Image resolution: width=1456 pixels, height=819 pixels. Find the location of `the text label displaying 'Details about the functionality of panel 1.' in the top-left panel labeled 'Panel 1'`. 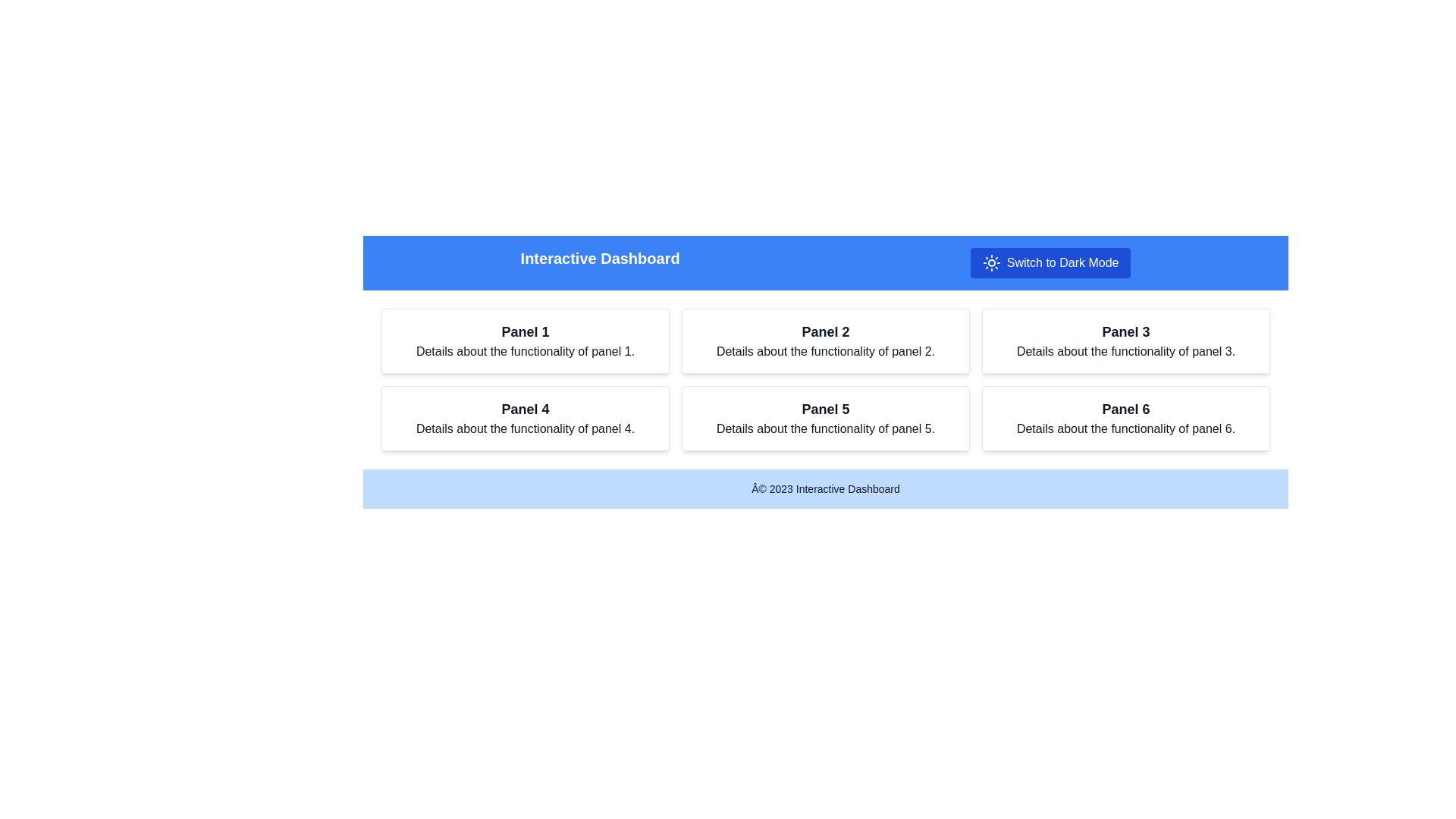

the text label displaying 'Details about the functionality of panel 1.' in the top-left panel labeled 'Panel 1' is located at coordinates (525, 351).